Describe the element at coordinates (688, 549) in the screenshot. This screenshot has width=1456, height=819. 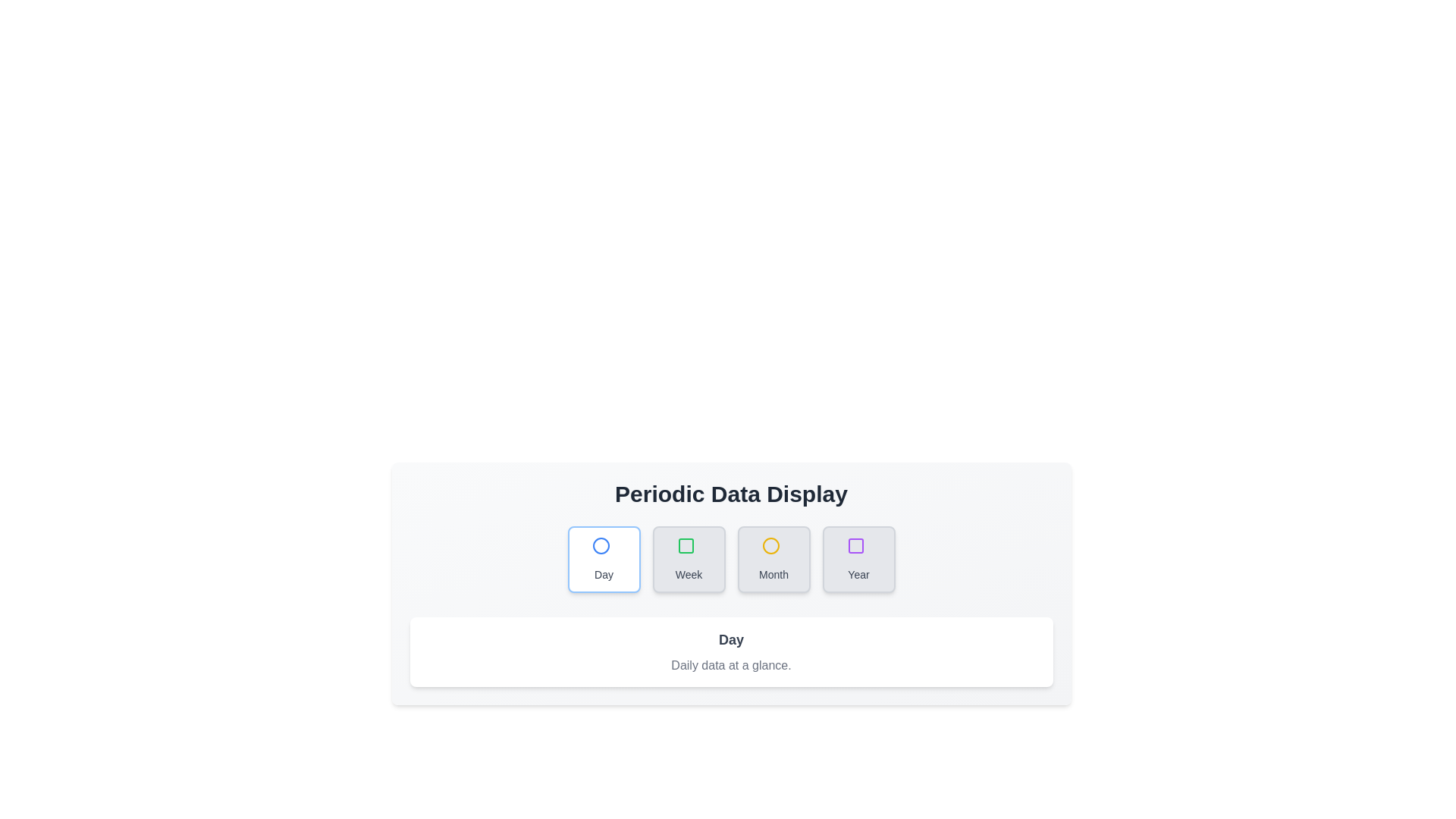
I see `the green-outlined square icon located at the center-top of the 'Week' button, which is the second button in a horizontal sequence of four buttons` at that location.